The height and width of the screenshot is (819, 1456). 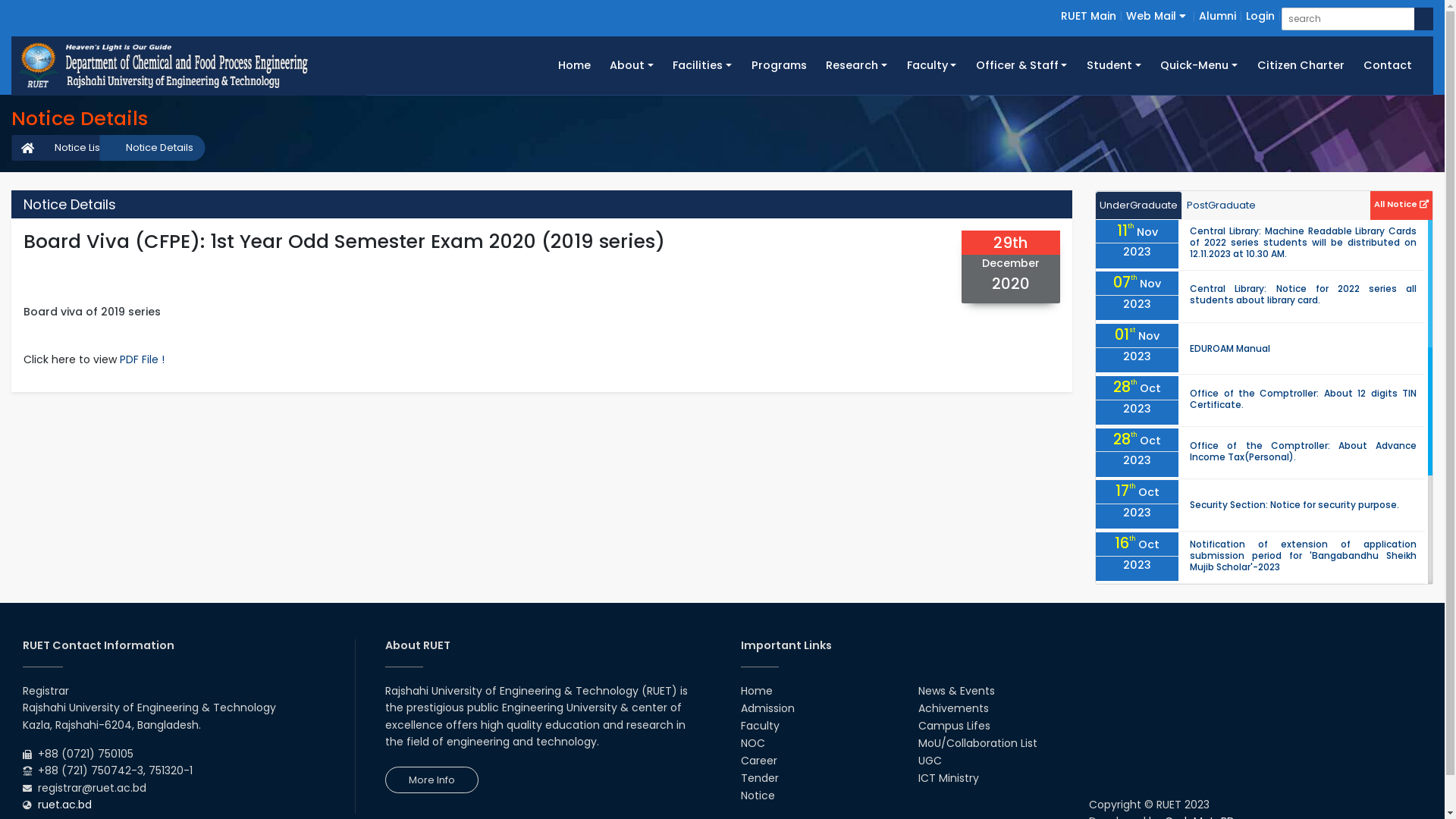 What do you see at coordinates (1198, 64) in the screenshot?
I see `'Quick-Menu'` at bounding box center [1198, 64].